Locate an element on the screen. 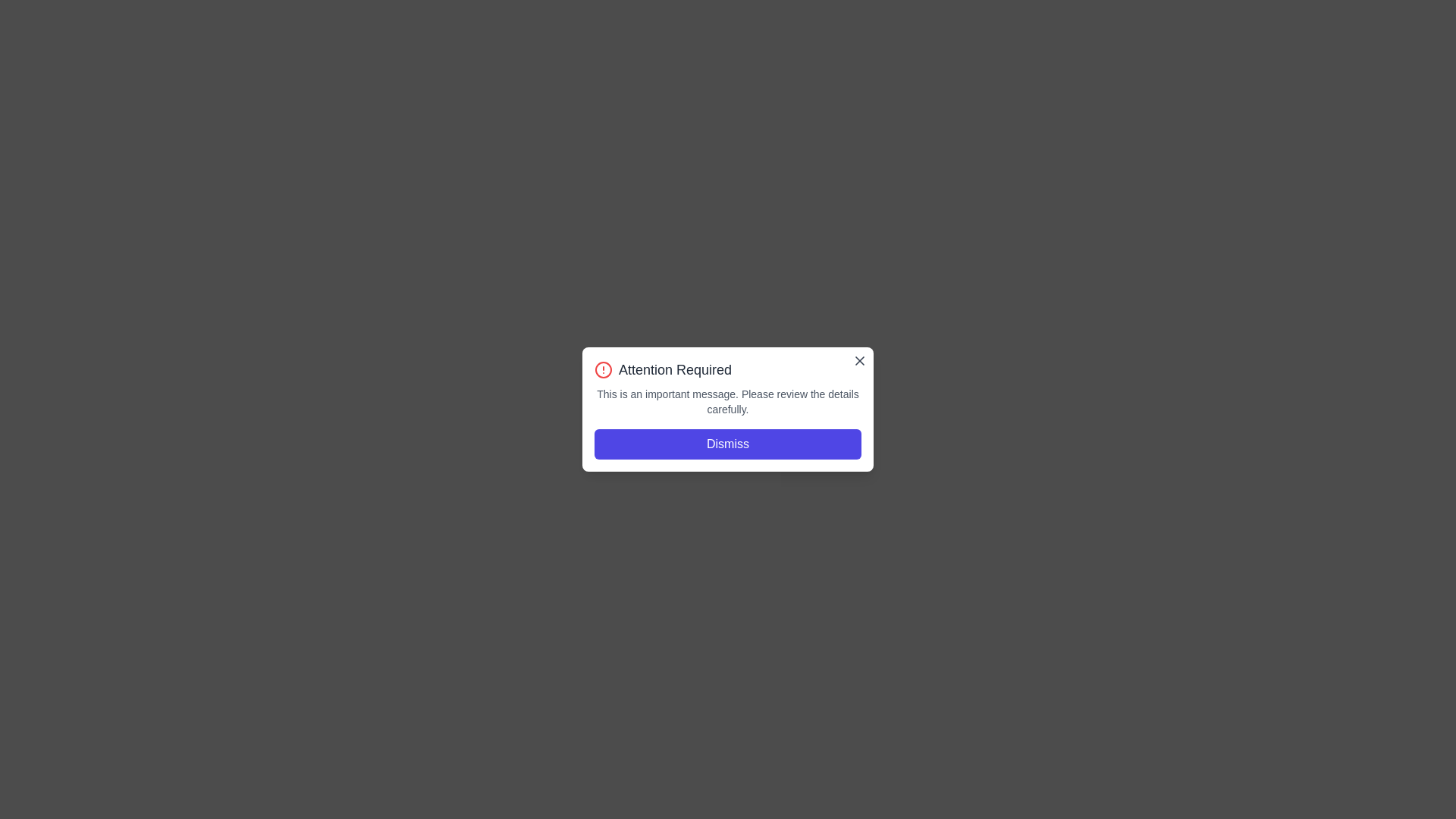 The height and width of the screenshot is (819, 1456). the Text Display element that shows the message 'This is an important message. Please review the details carefully.', located inside a white modal beneath the 'Attention Required' title is located at coordinates (728, 400).